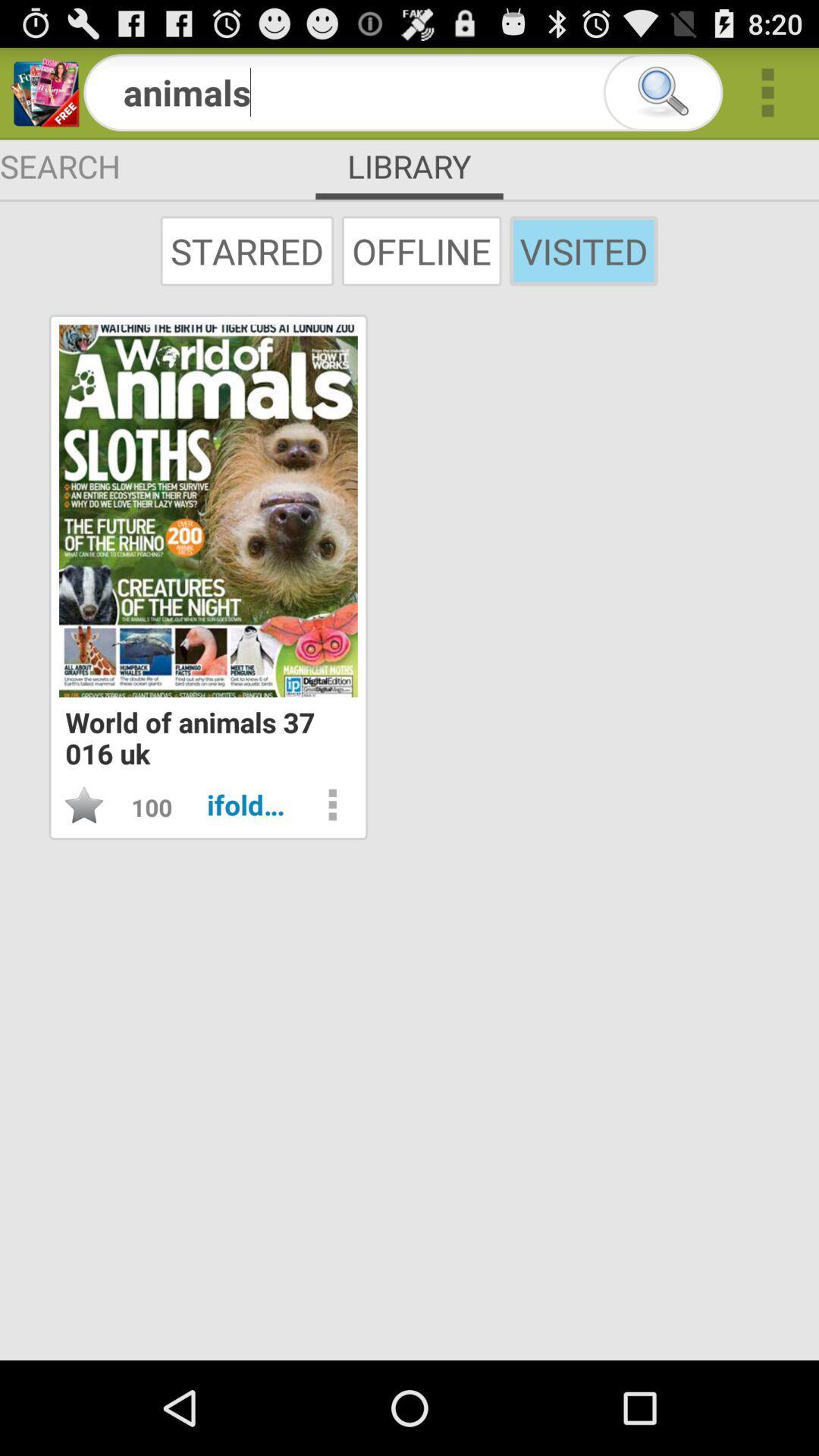  What do you see at coordinates (331, 804) in the screenshot?
I see `open more options` at bounding box center [331, 804].